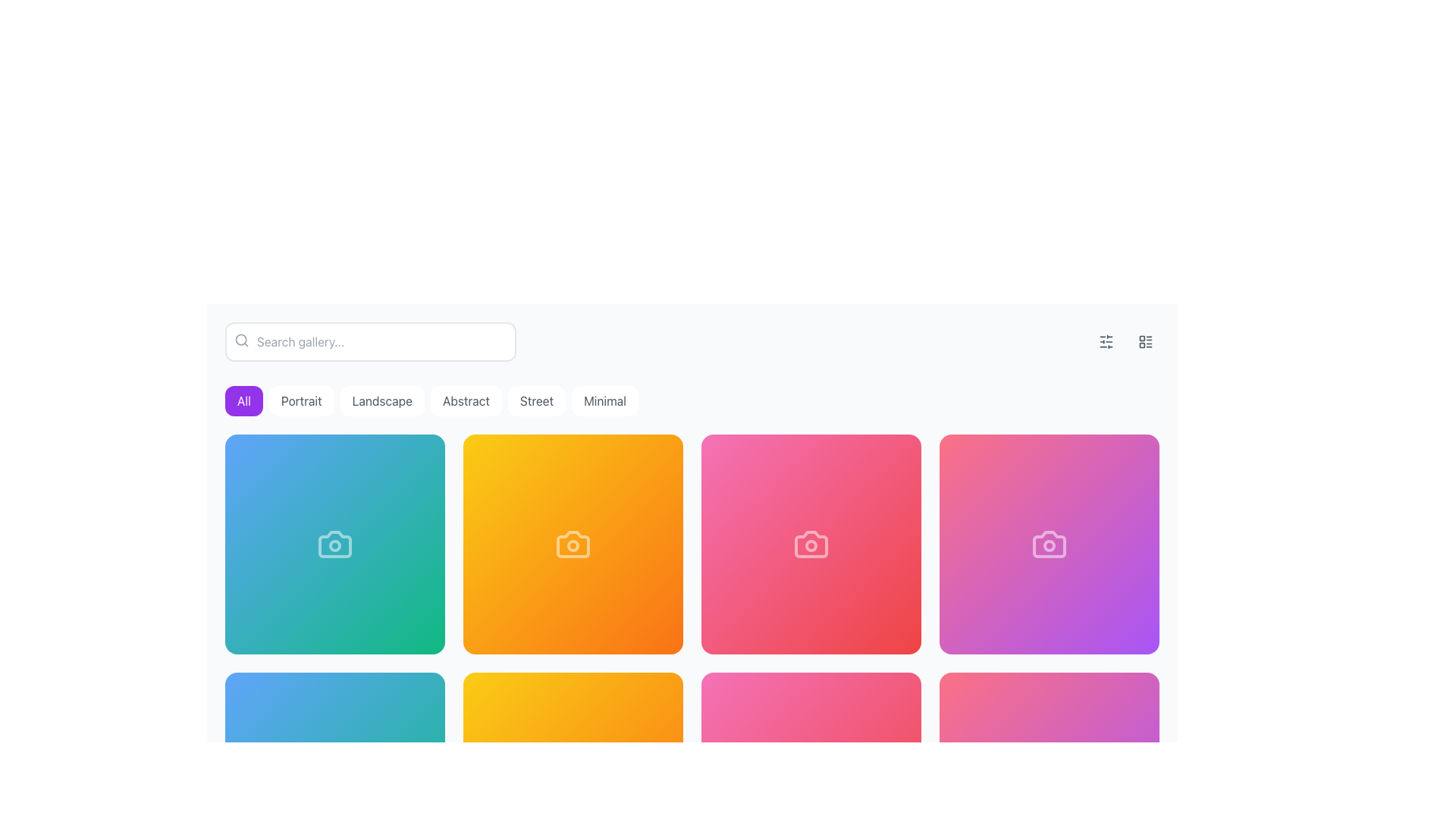 The height and width of the screenshot is (819, 1456). Describe the element at coordinates (1106, 342) in the screenshot. I see `the first button on the top-right side of the layout, which is used to adjust settings or access a control panel related to filters or configurations` at that location.